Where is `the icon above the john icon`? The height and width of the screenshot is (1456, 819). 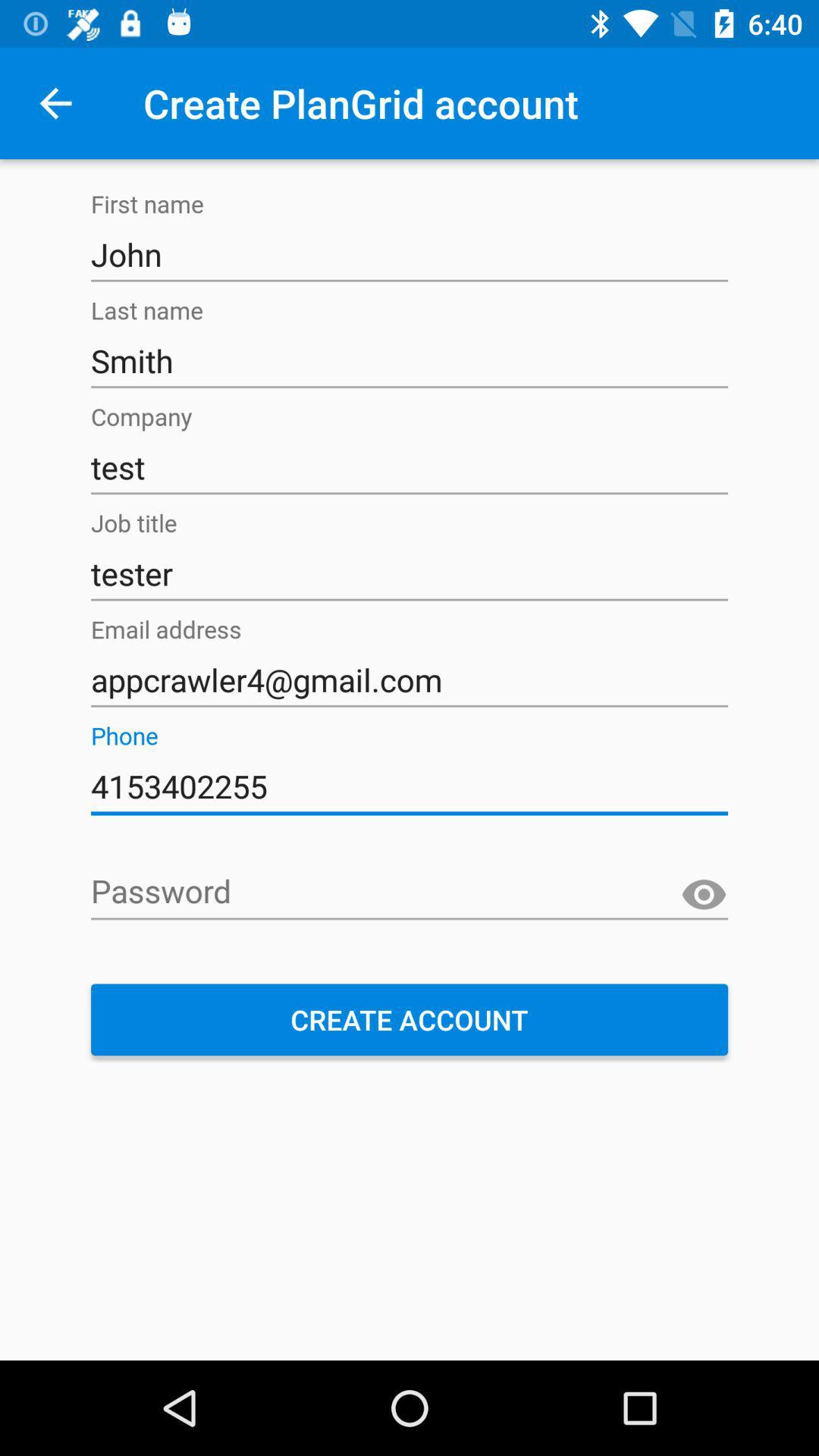 the icon above the john icon is located at coordinates (55, 102).